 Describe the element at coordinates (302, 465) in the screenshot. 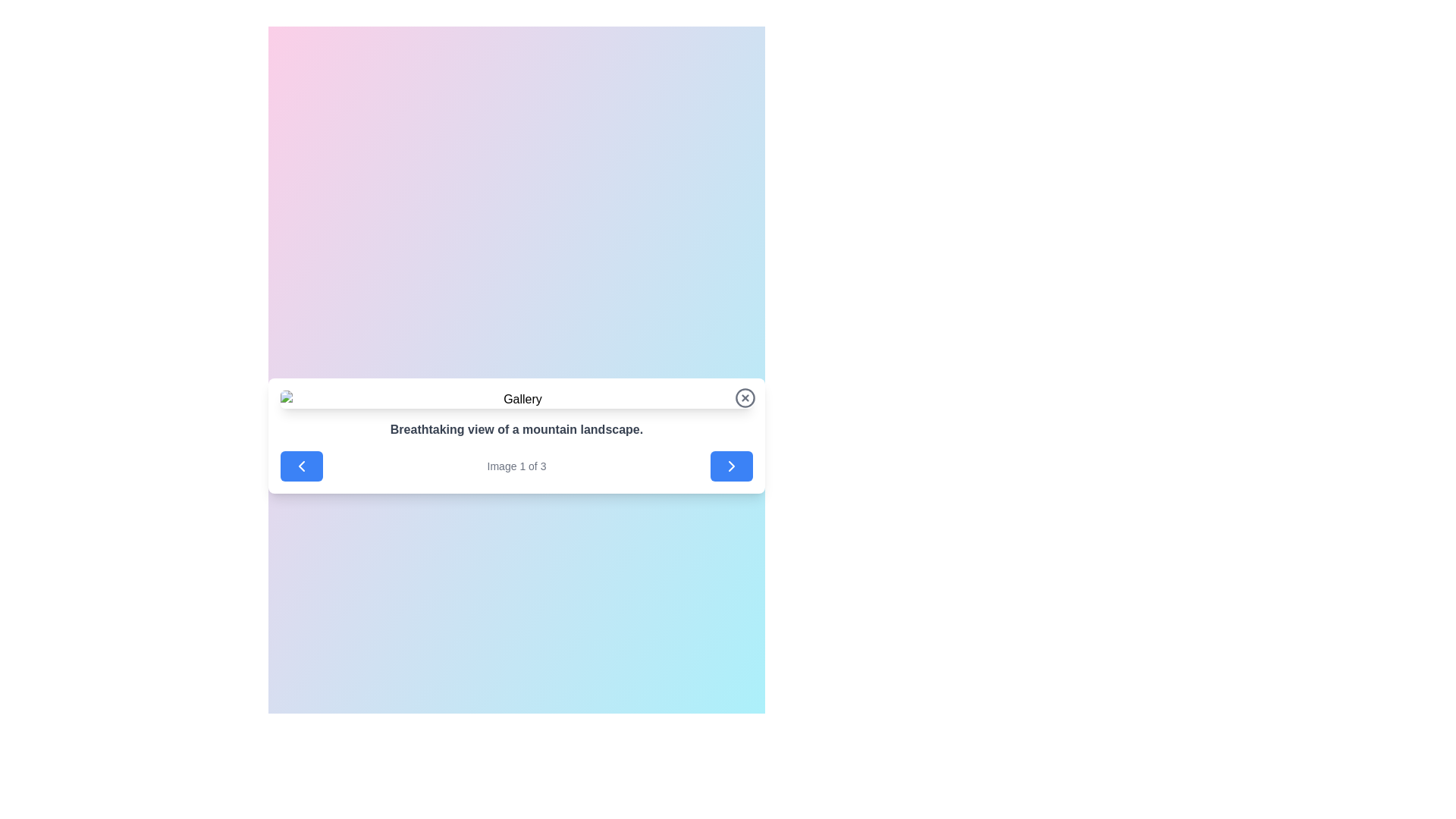

I see `the left-pointing chevron icon, which is centered within a blue button with rounded corners located at the bottom-left of the gallery interface` at that location.